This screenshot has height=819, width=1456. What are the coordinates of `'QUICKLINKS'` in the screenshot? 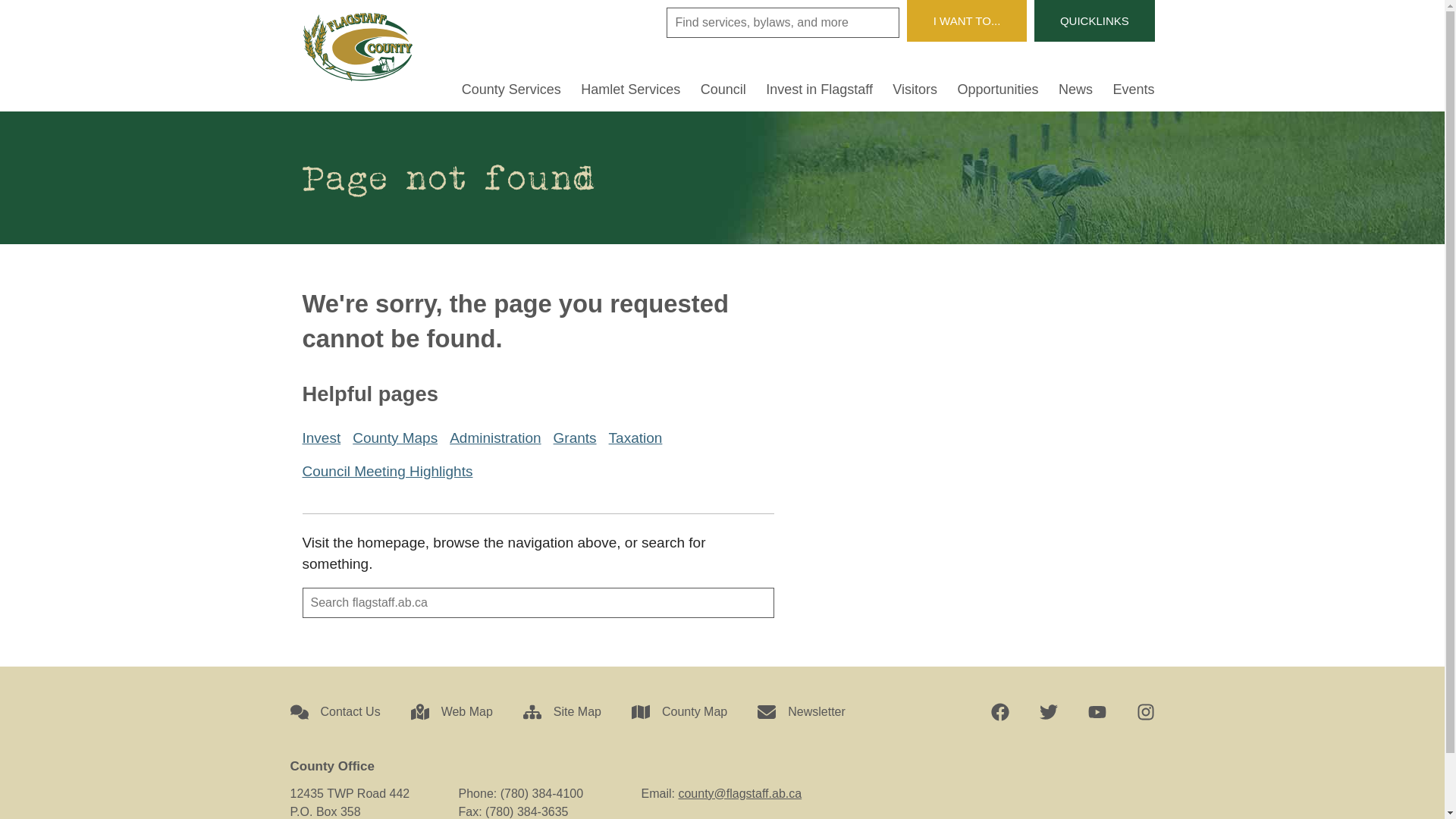 It's located at (1094, 20).